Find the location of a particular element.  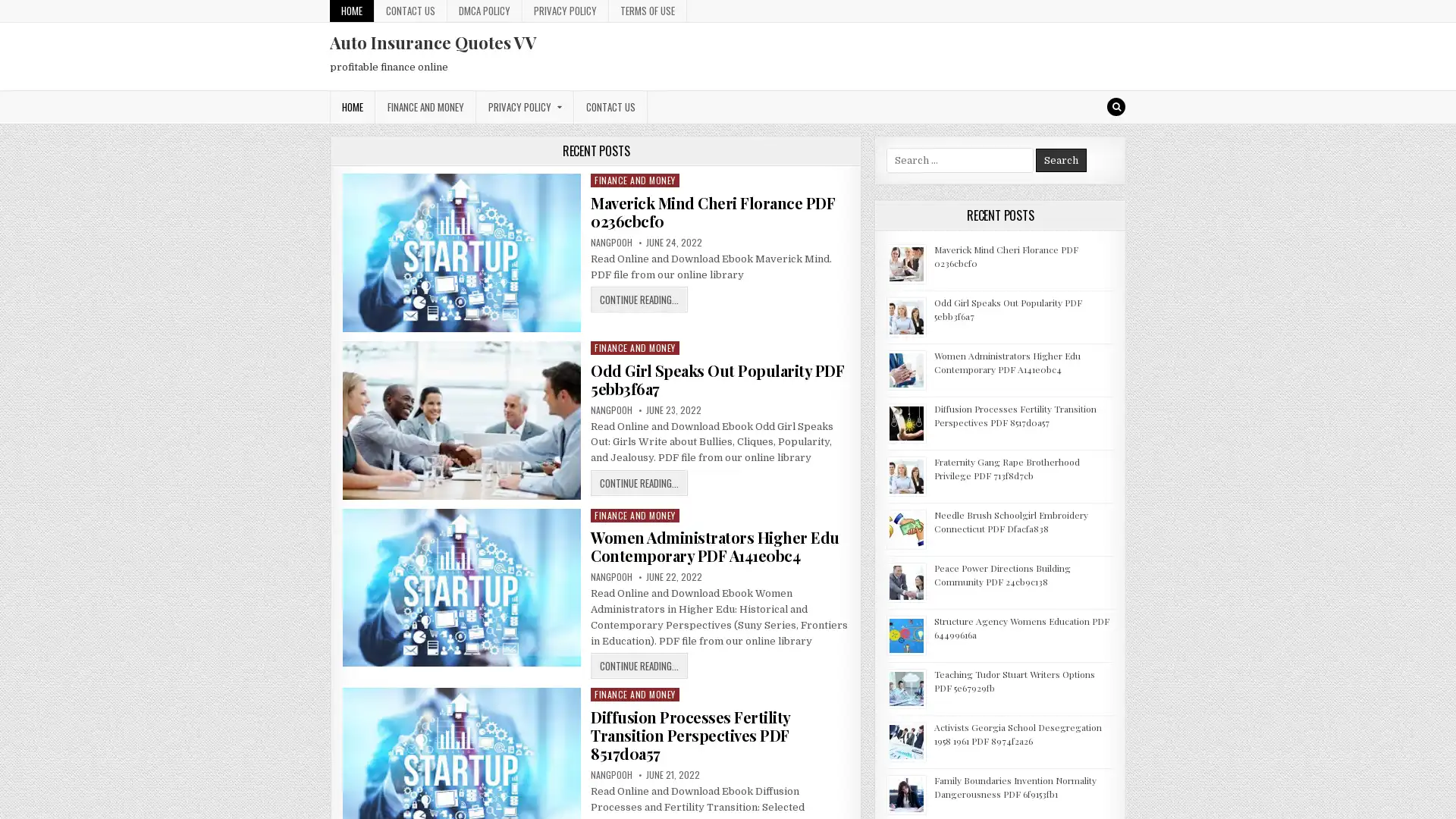

Search is located at coordinates (1060, 160).